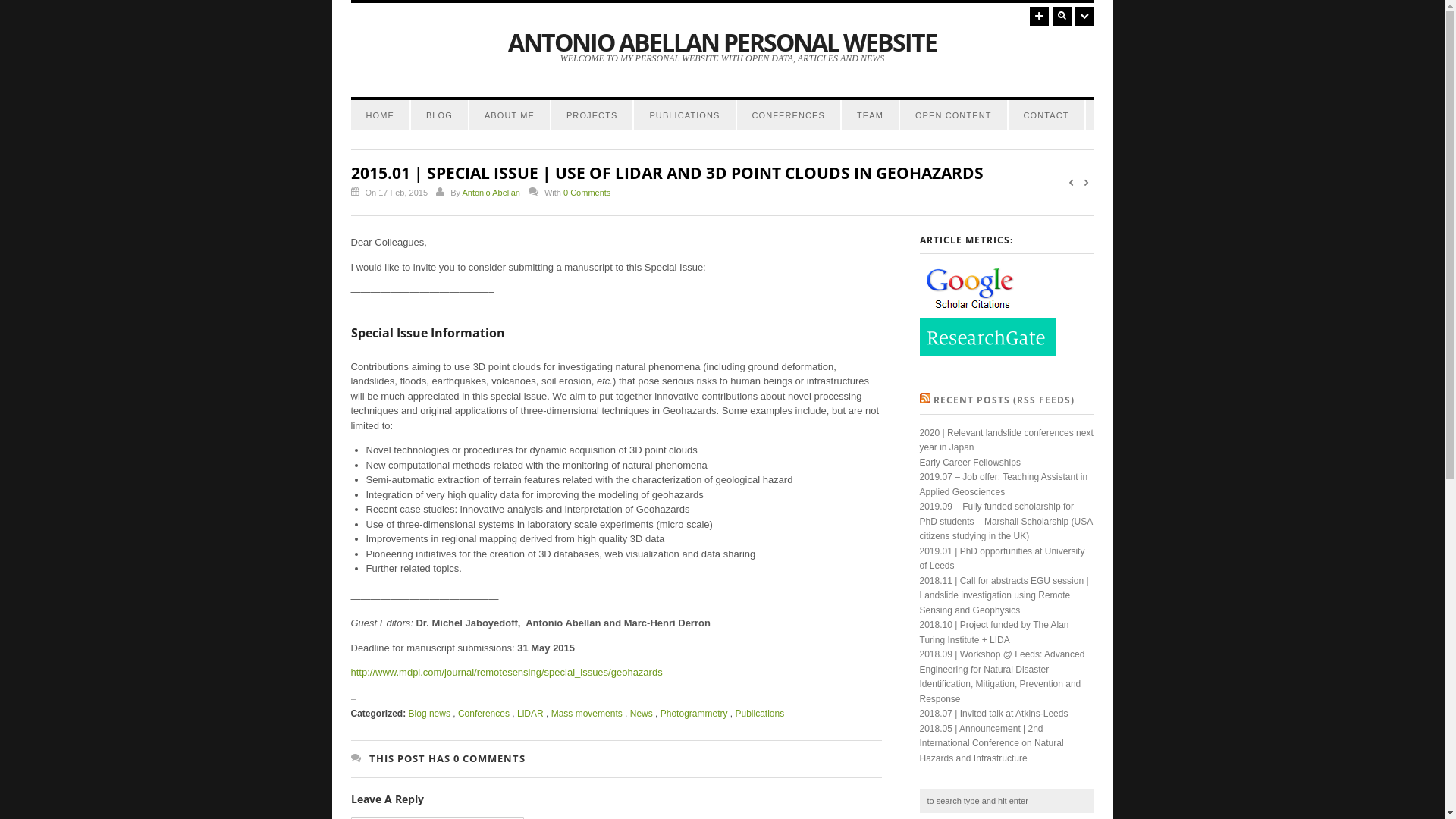  What do you see at coordinates (1046, 114) in the screenshot?
I see `'CONTACT'` at bounding box center [1046, 114].